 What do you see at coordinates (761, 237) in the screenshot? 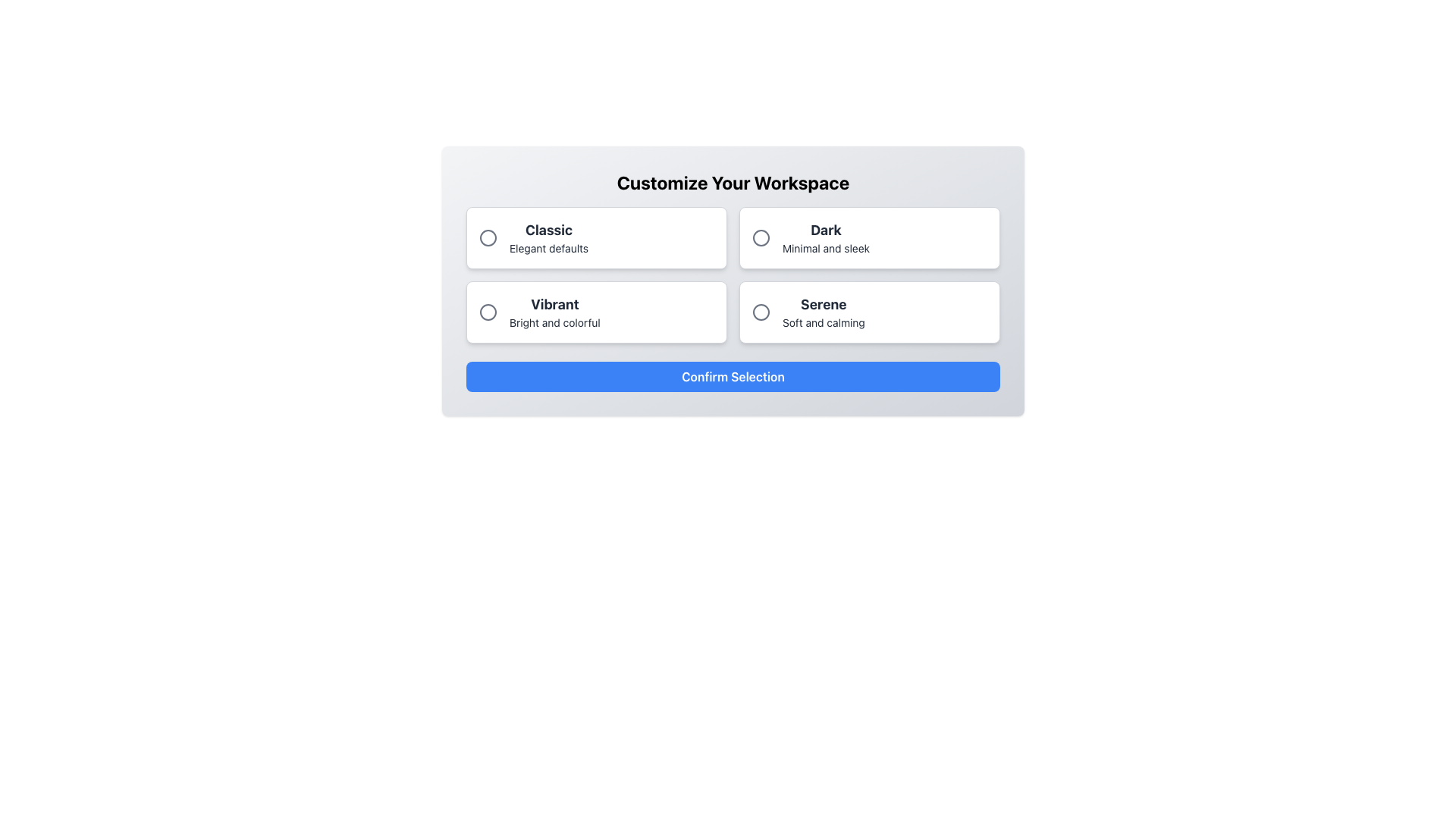
I see `the circular radio button on the left side of the 'Dark' workspace option` at bounding box center [761, 237].